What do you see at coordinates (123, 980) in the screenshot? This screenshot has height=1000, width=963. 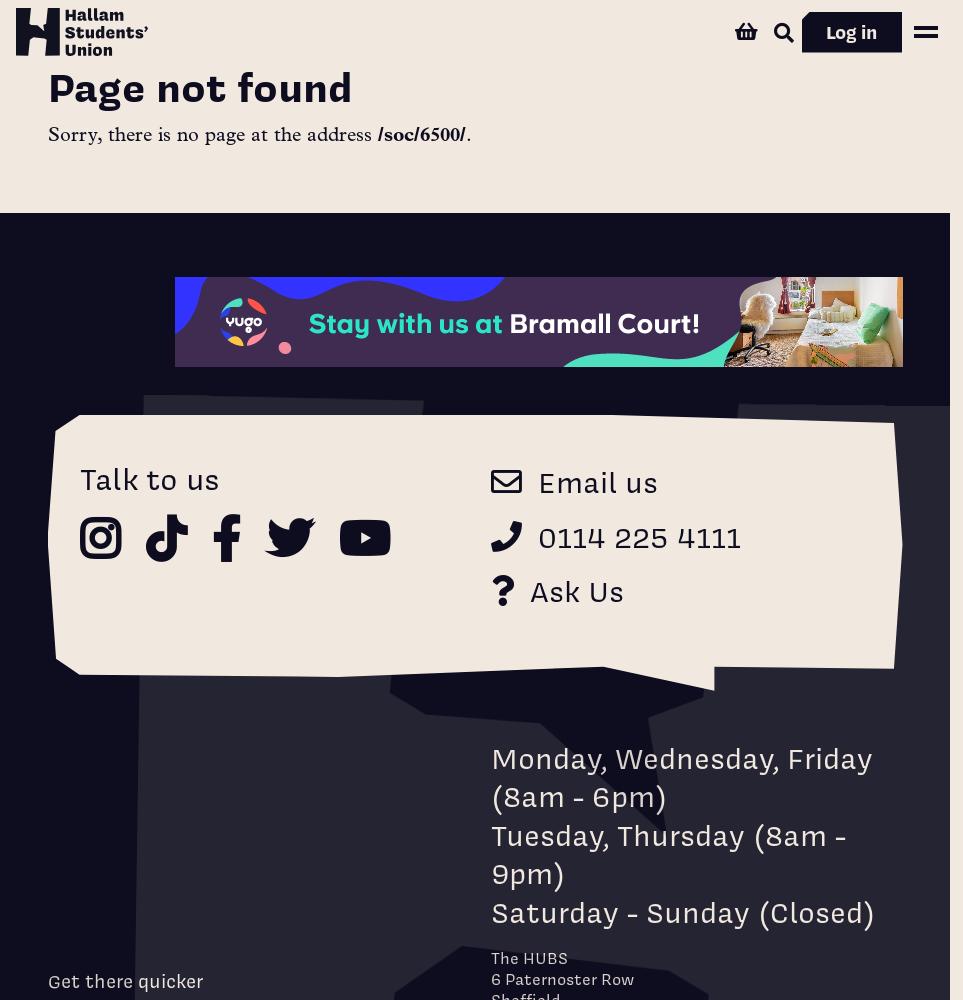 I see `'Get there quicker'` at bounding box center [123, 980].